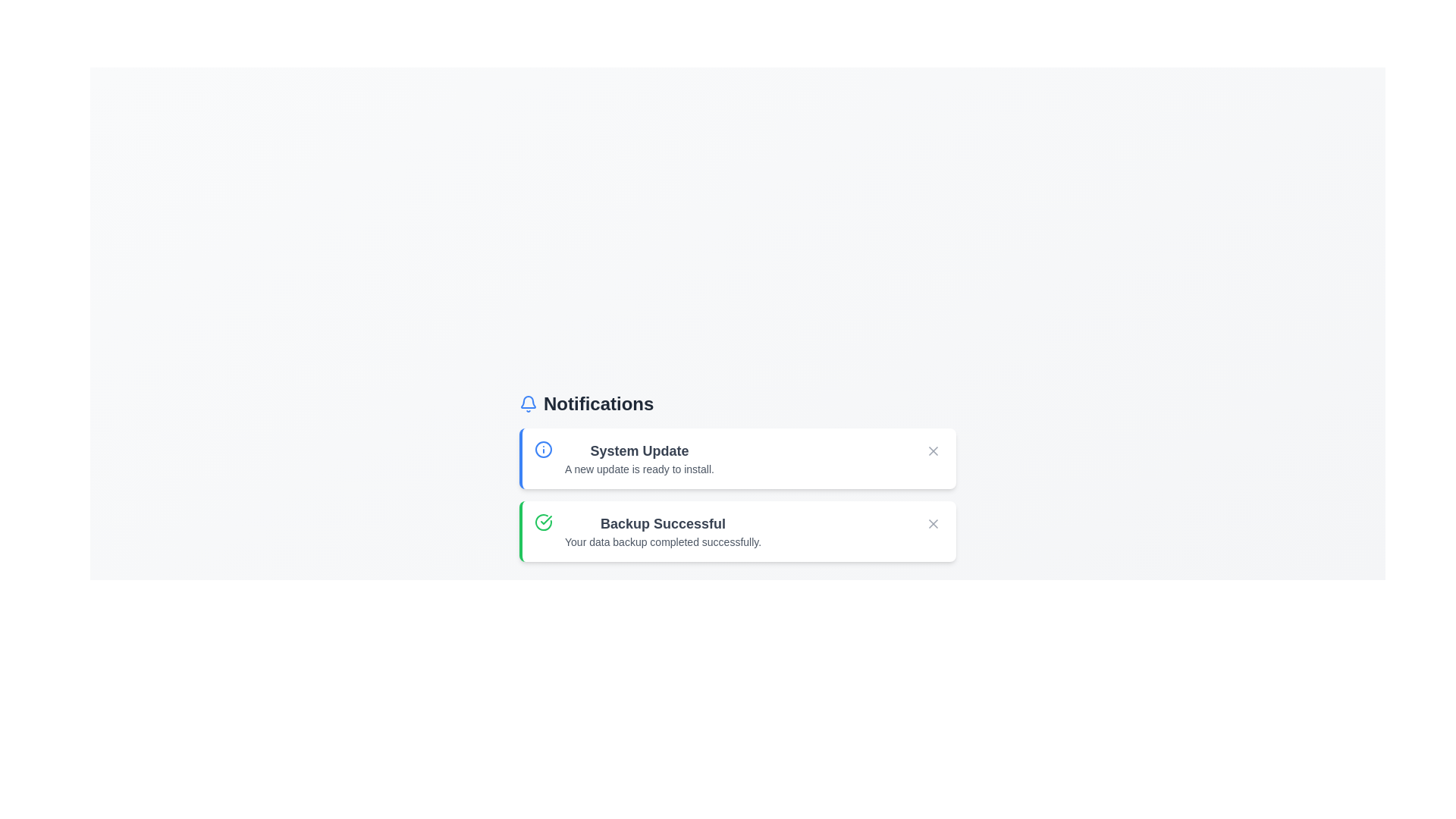 The width and height of the screenshot is (1456, 819). What do you see at coordinates (639, 468) in the screenshot?
I see `the text label reading 'A new update is ready to install.' which is styled in gray and positioned below 'System Update' in the top notification card` at bounding box center [639, 468].